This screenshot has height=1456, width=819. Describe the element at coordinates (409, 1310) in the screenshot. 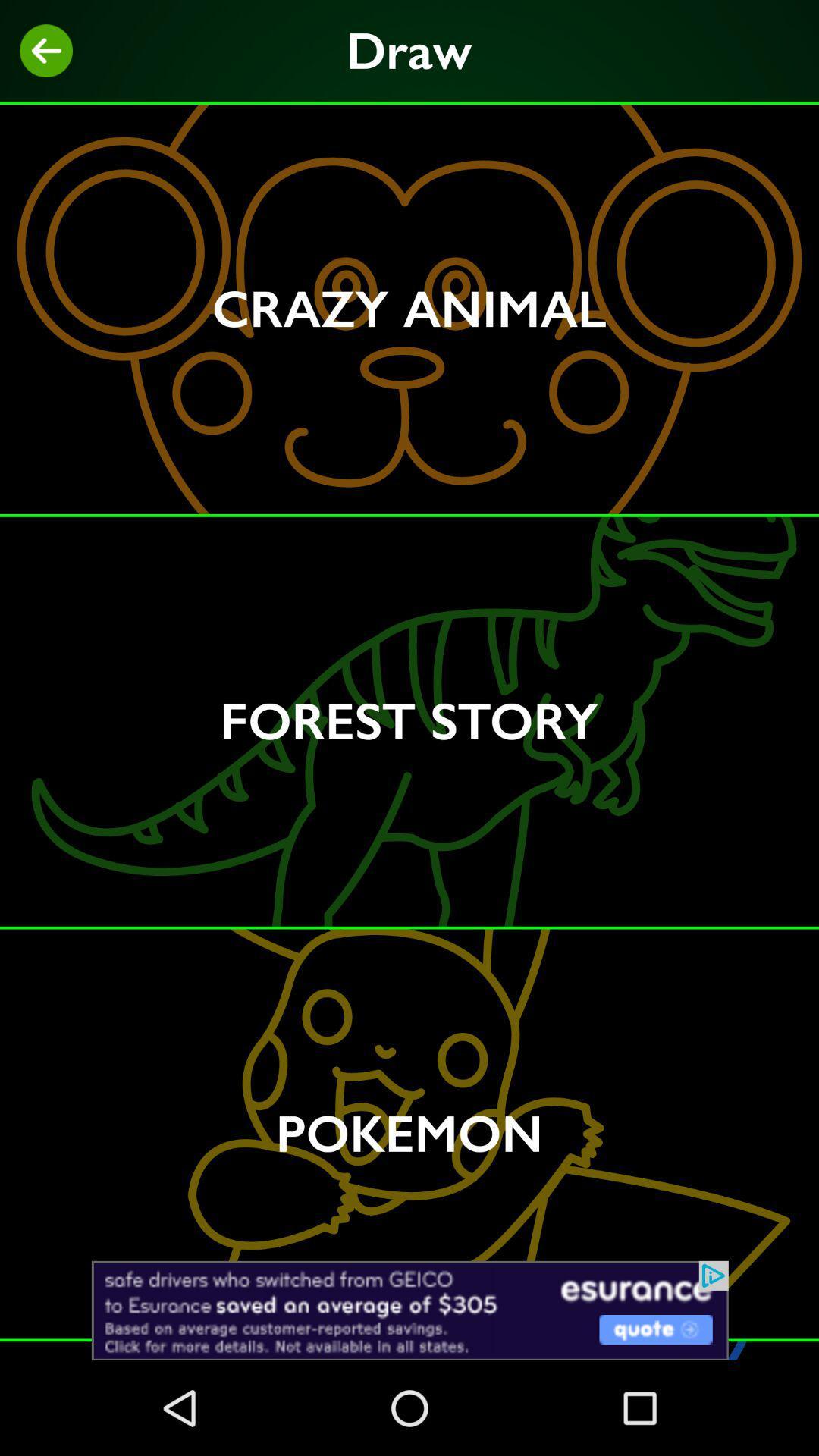

I see `advertisement in the bottom` at that location.